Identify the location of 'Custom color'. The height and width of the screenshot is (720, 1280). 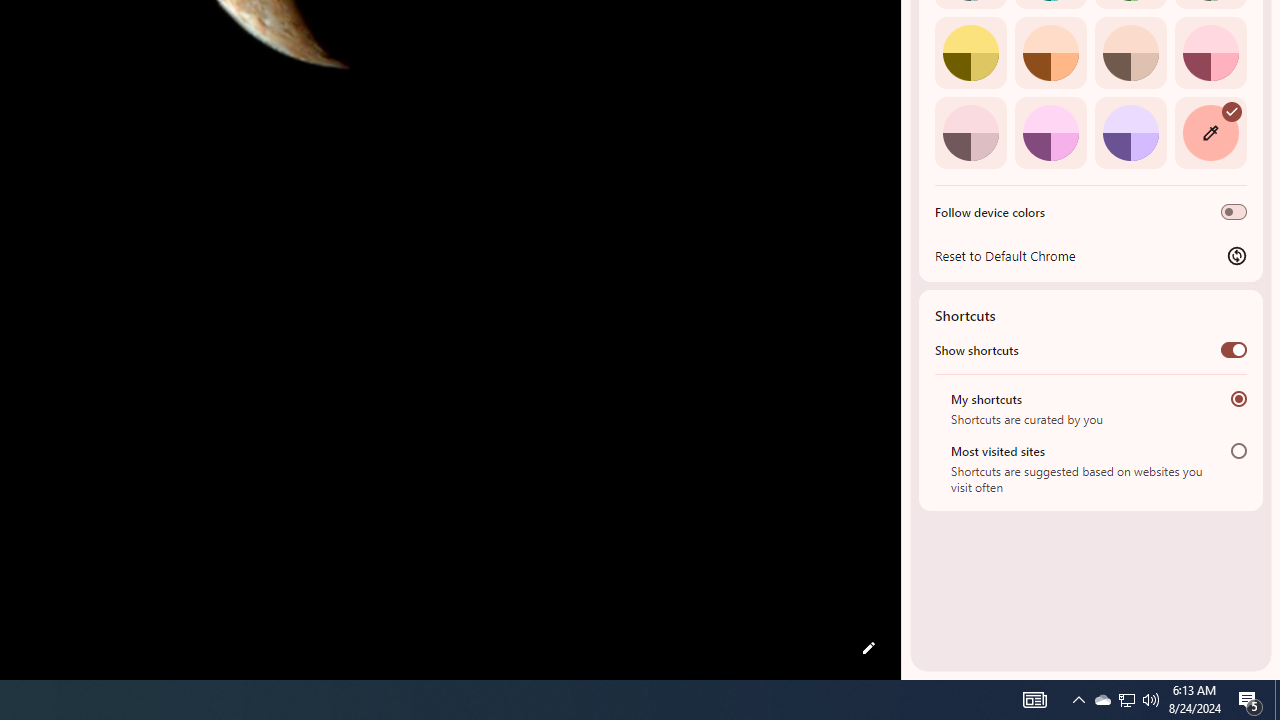
(1209, 132).